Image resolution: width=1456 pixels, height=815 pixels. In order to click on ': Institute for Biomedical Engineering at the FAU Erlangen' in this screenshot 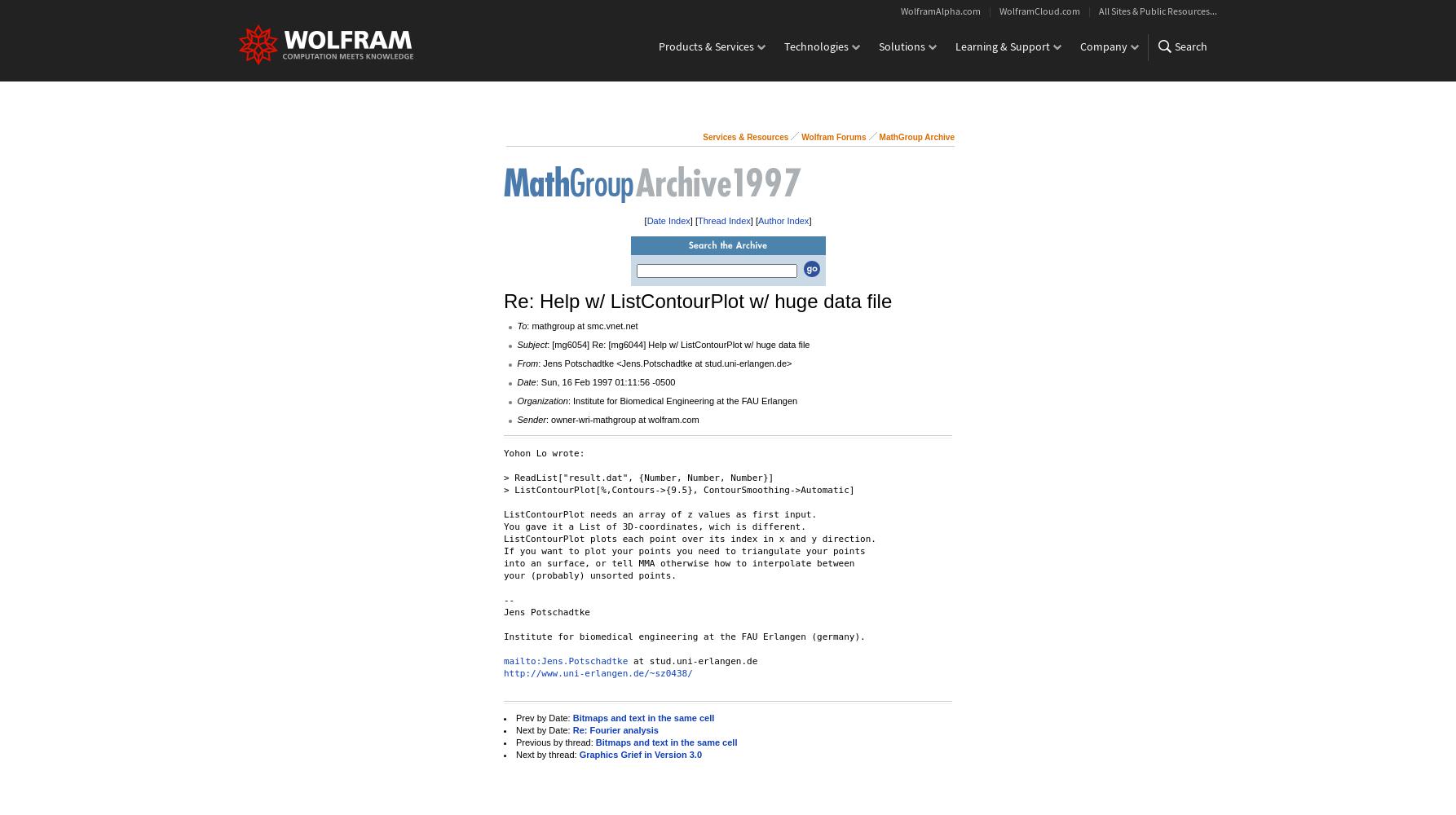, I will do `click(681, 400)`.